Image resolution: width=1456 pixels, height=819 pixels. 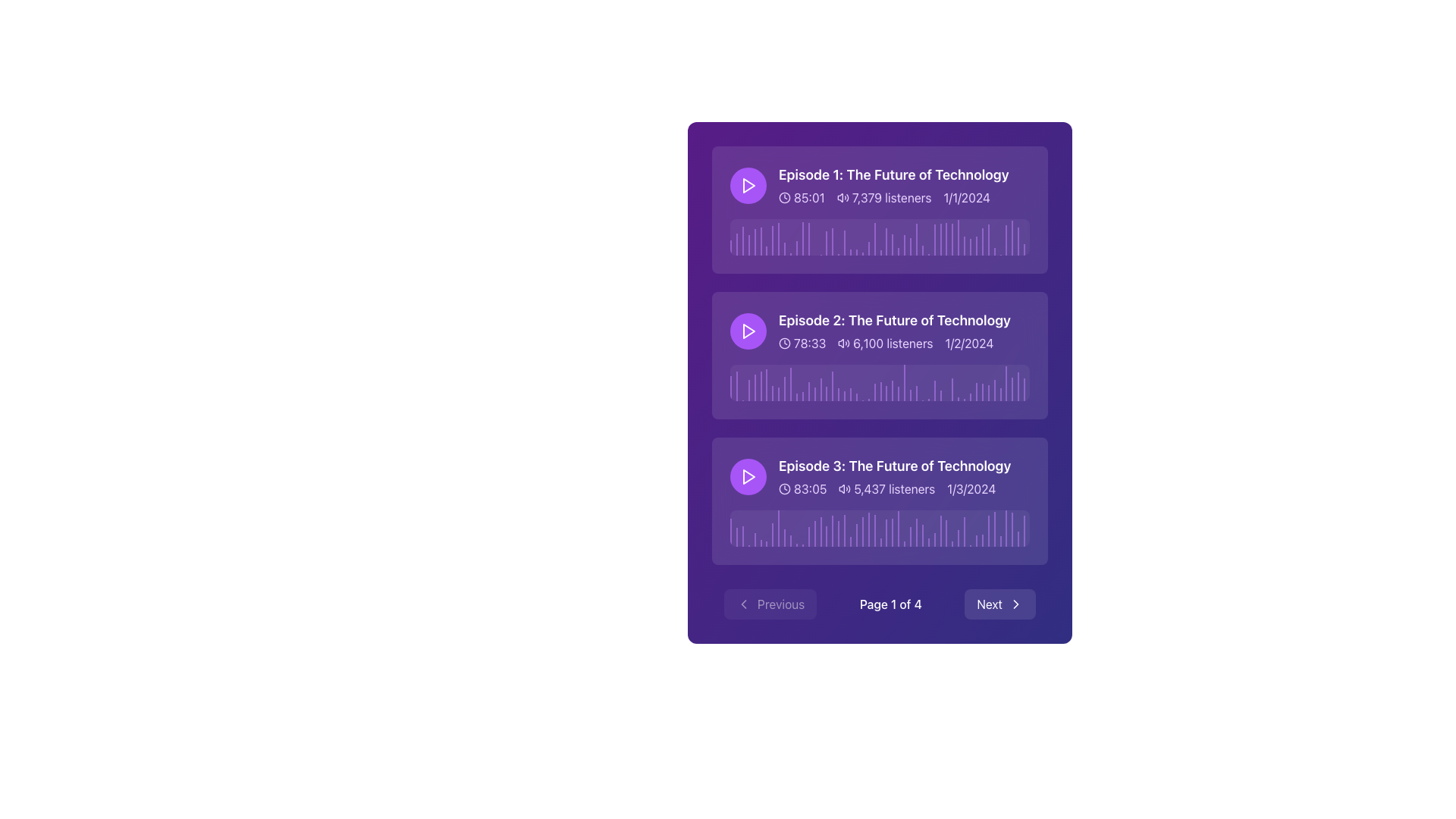 I want to click on the 13th vertical bar segment of the progress indicator component, which is a purple vertical bar overlay positioned within a waveform-like visual representation, by clicking on it, so click(x=802, y=239).